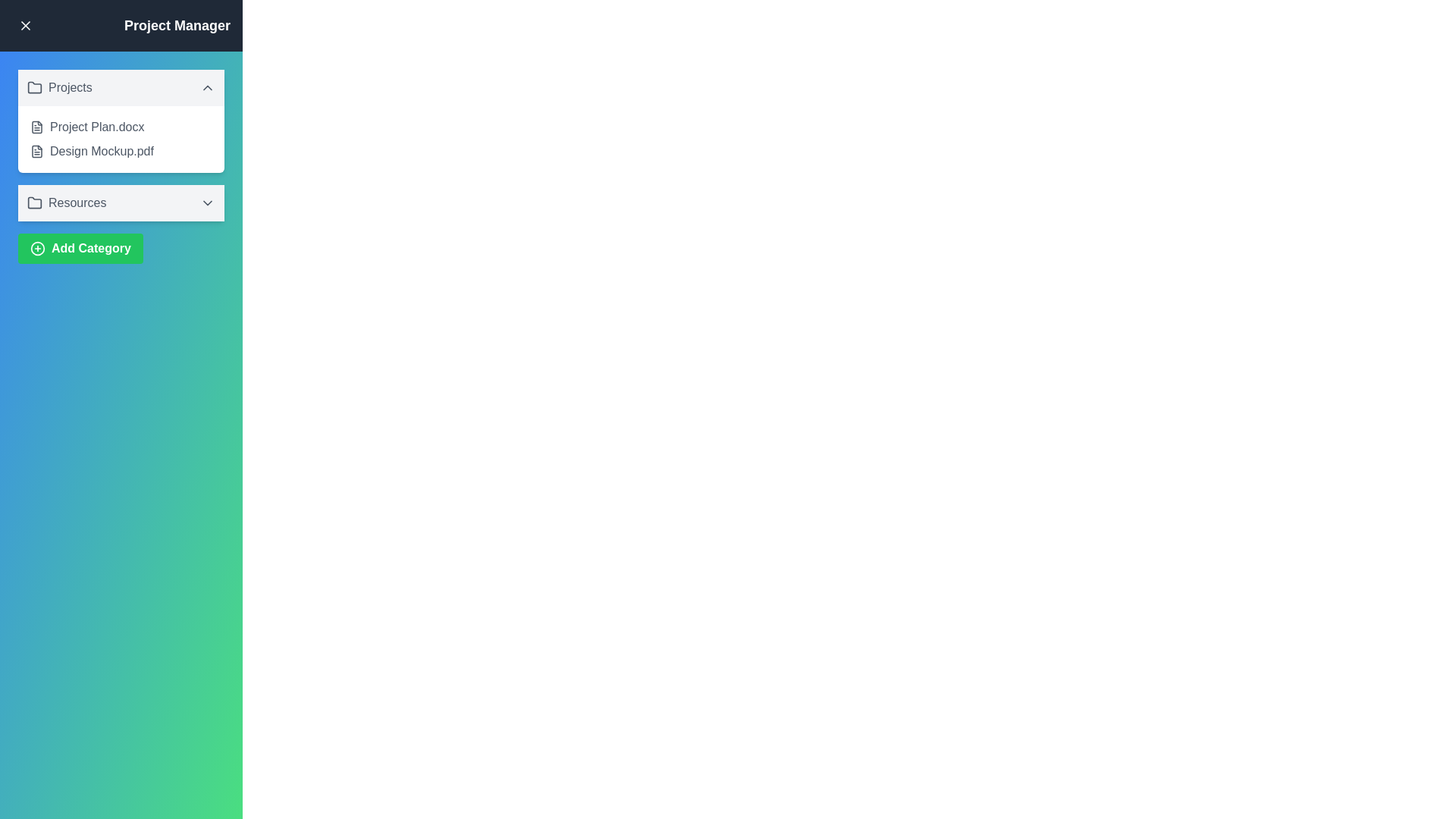 The width and height of the screenshot is (1456, 819). What do you see at coordinates (36, 127) in the screenshot?
I see `the icon representing the 'Project Plan.docx' file located in the project management panel under 'Projects'` at bounding box center [36, 127].